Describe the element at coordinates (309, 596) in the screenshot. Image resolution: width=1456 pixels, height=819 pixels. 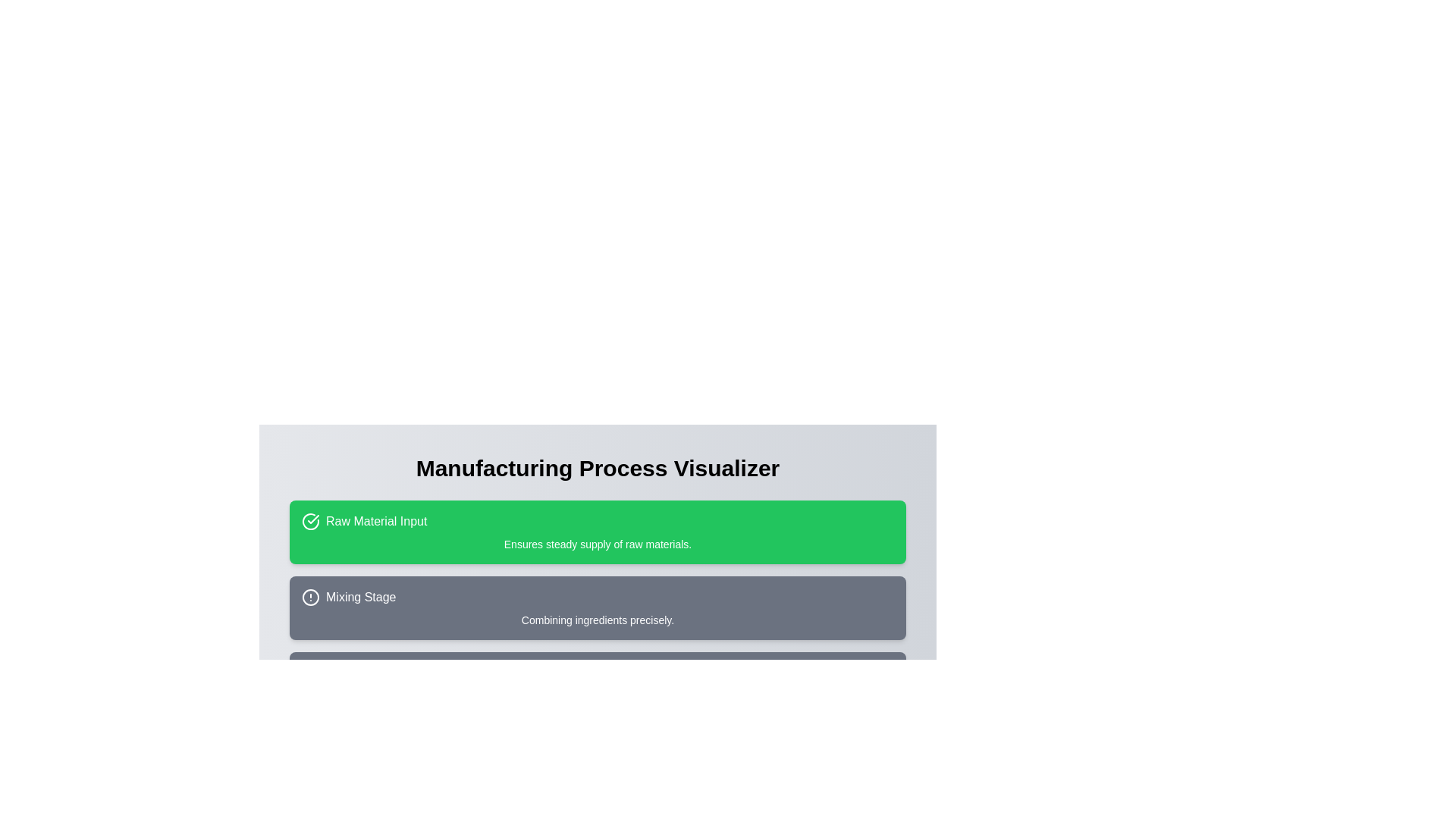
I see `the Alert Icon representing an alert or warning message for the 'Mixing Stage' process, located to the left of the 'Mixing Stage' text in the 'Manufacturing Process Visualizer' interface` at that location.